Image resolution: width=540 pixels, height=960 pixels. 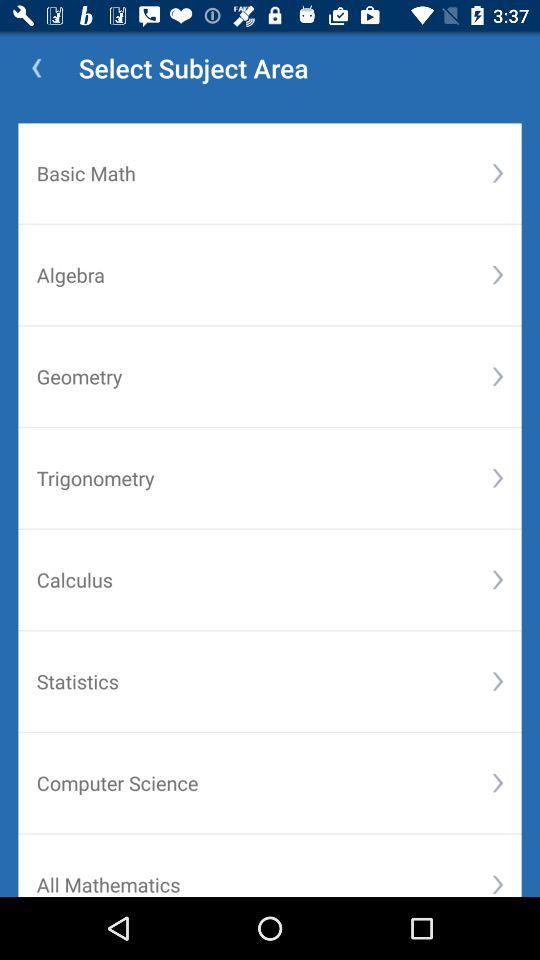 I want to click on item below statistics, so click(x=496, y=783).